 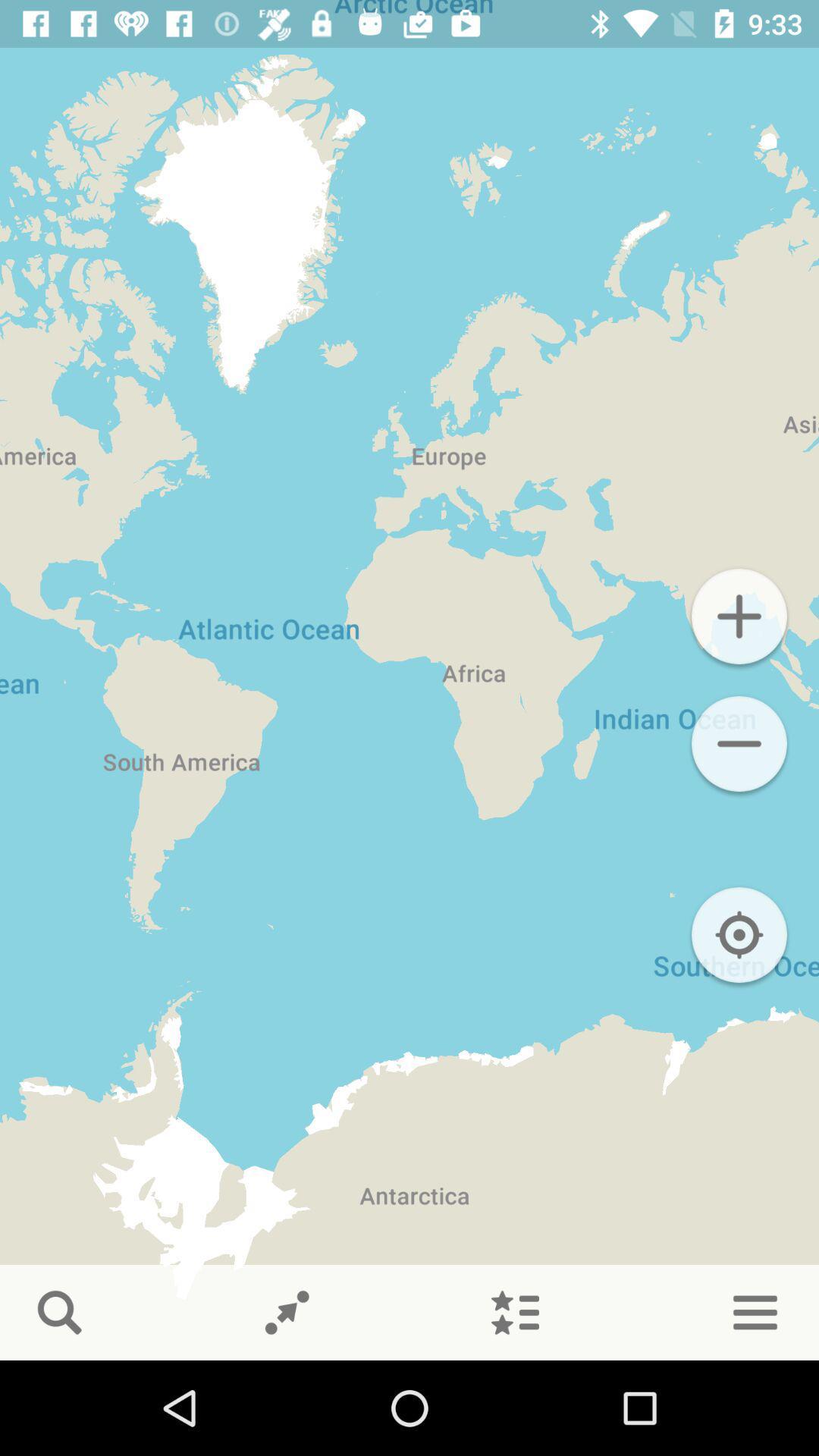 What do you see at coordinates (514, 1312) in the screenshot?
I see `favorites list` at bounding box center [514, 1312].